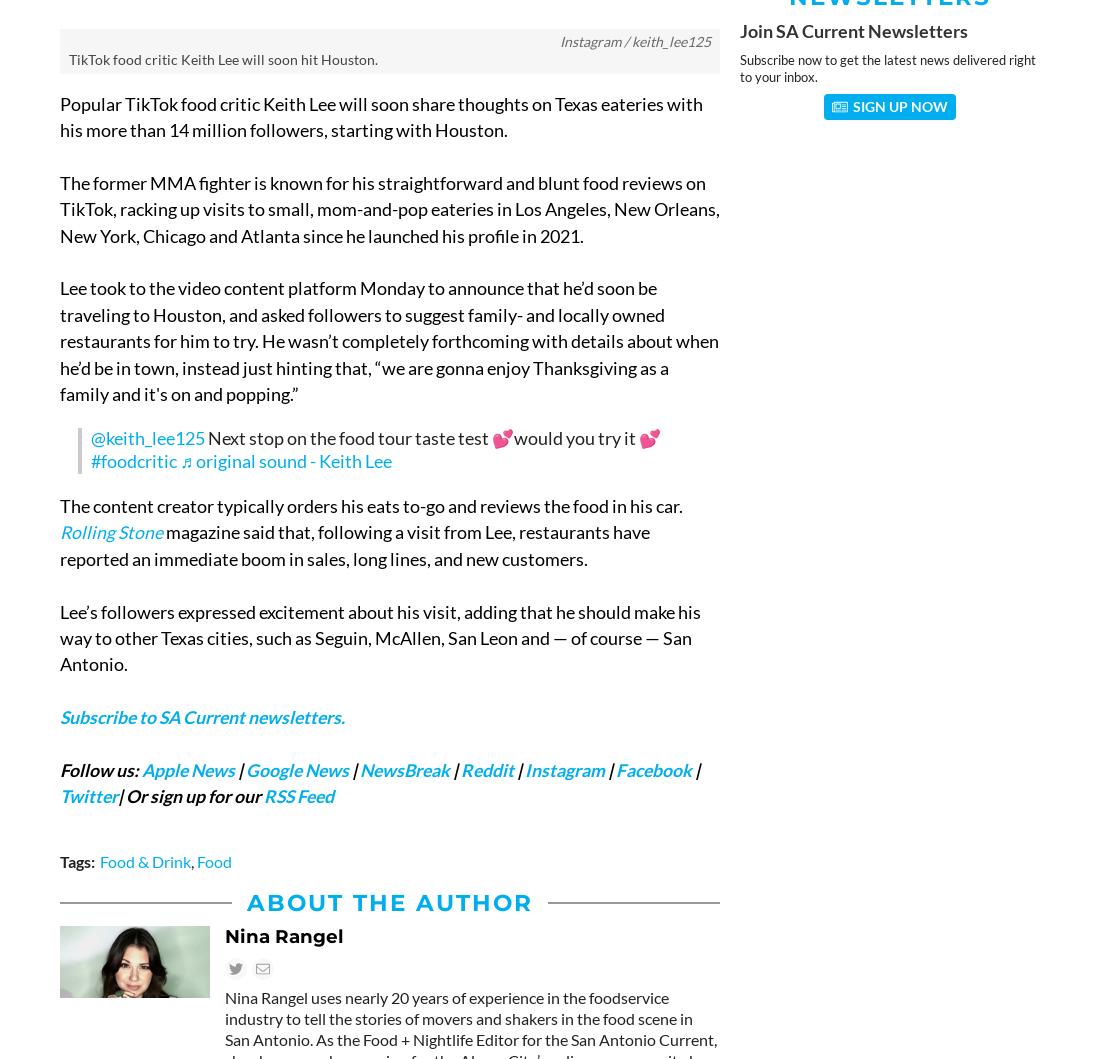 This screenshot has width=1100, height=1059. What do you see at coordinates (563, 768) in the screenshot?
I see `'Instagram'` at bounding box center [563, 768].